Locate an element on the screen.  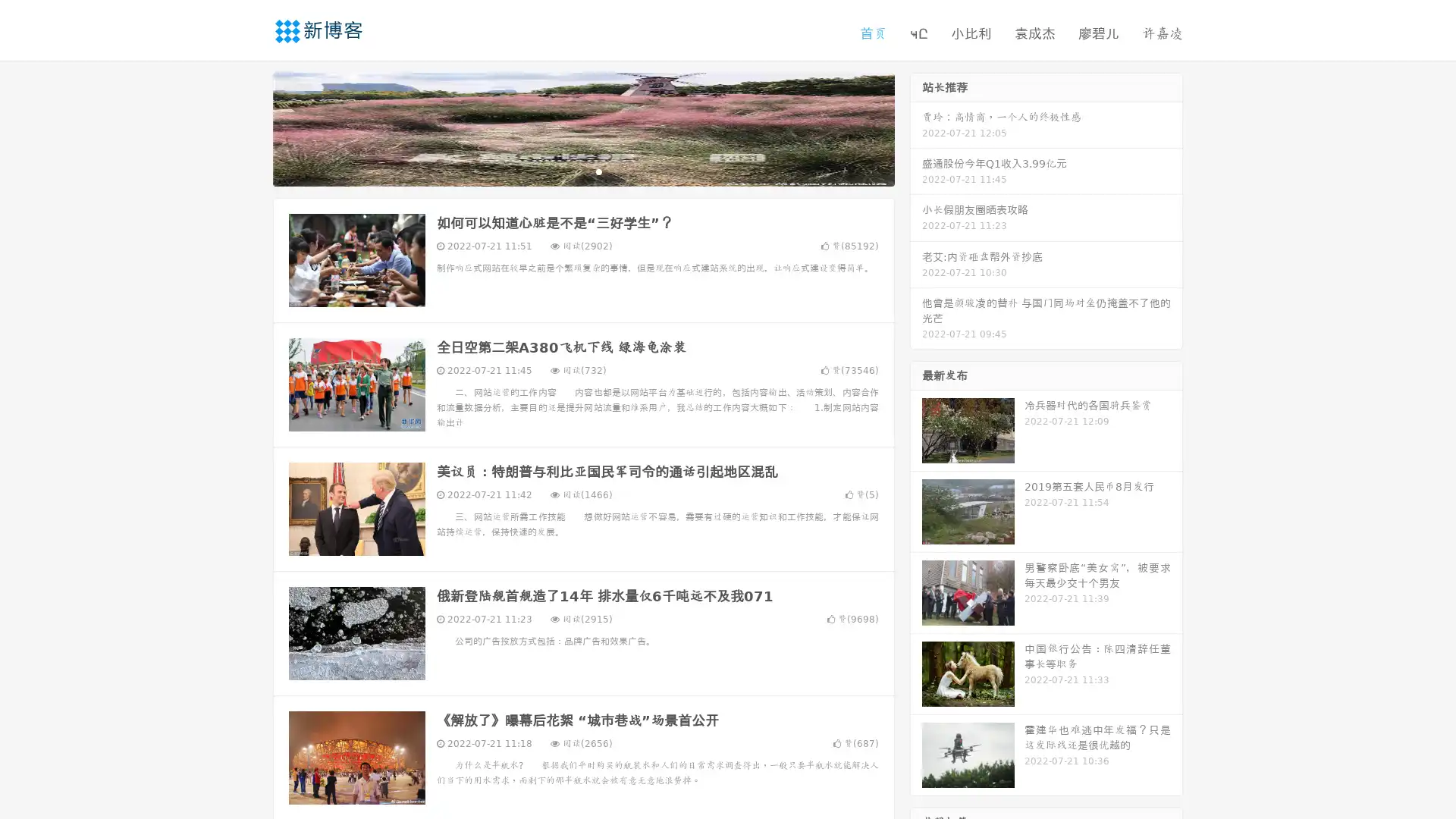
Previous slide is located at coordinates (250, 127).